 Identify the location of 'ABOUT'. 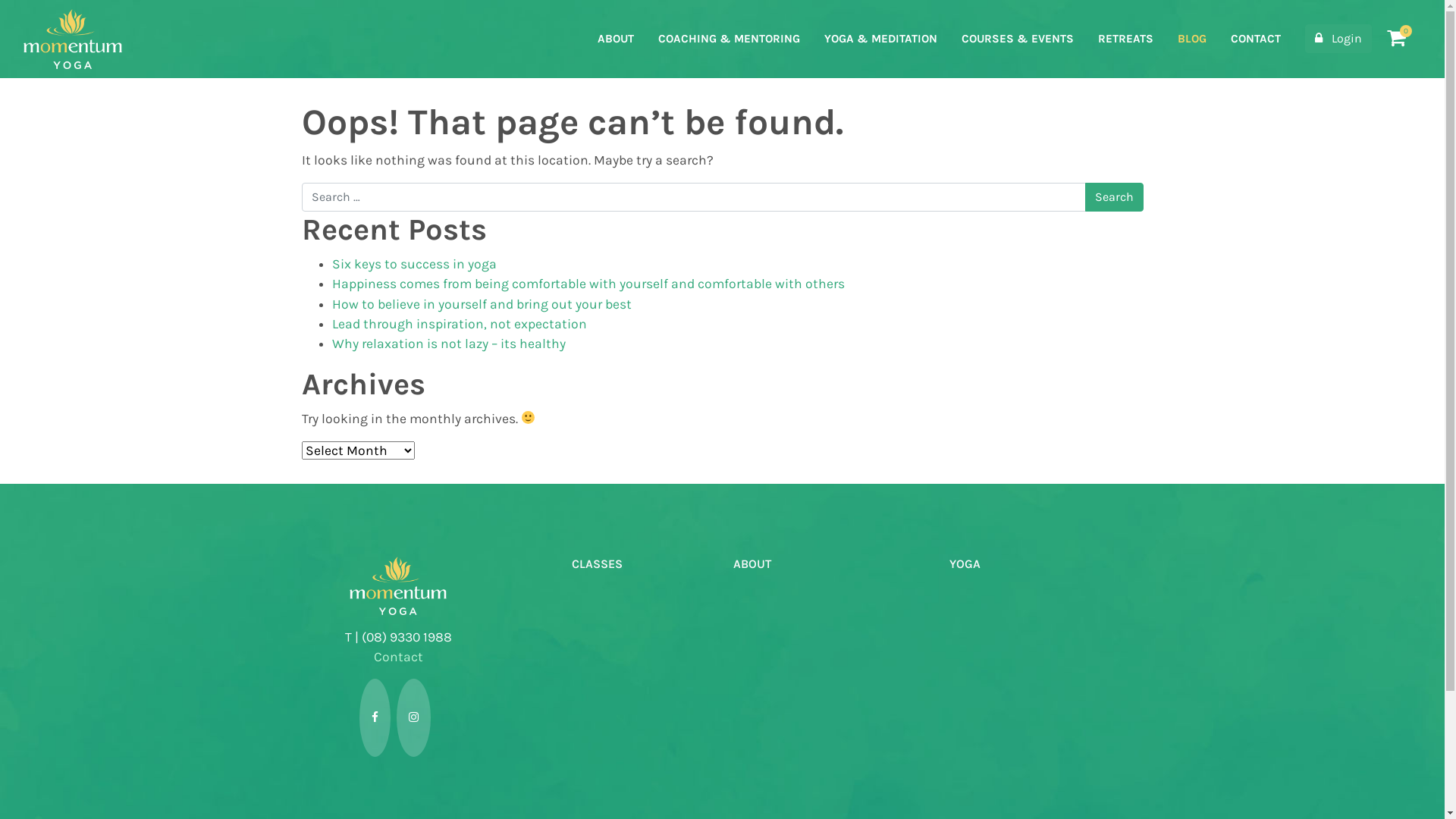
(615, 38).